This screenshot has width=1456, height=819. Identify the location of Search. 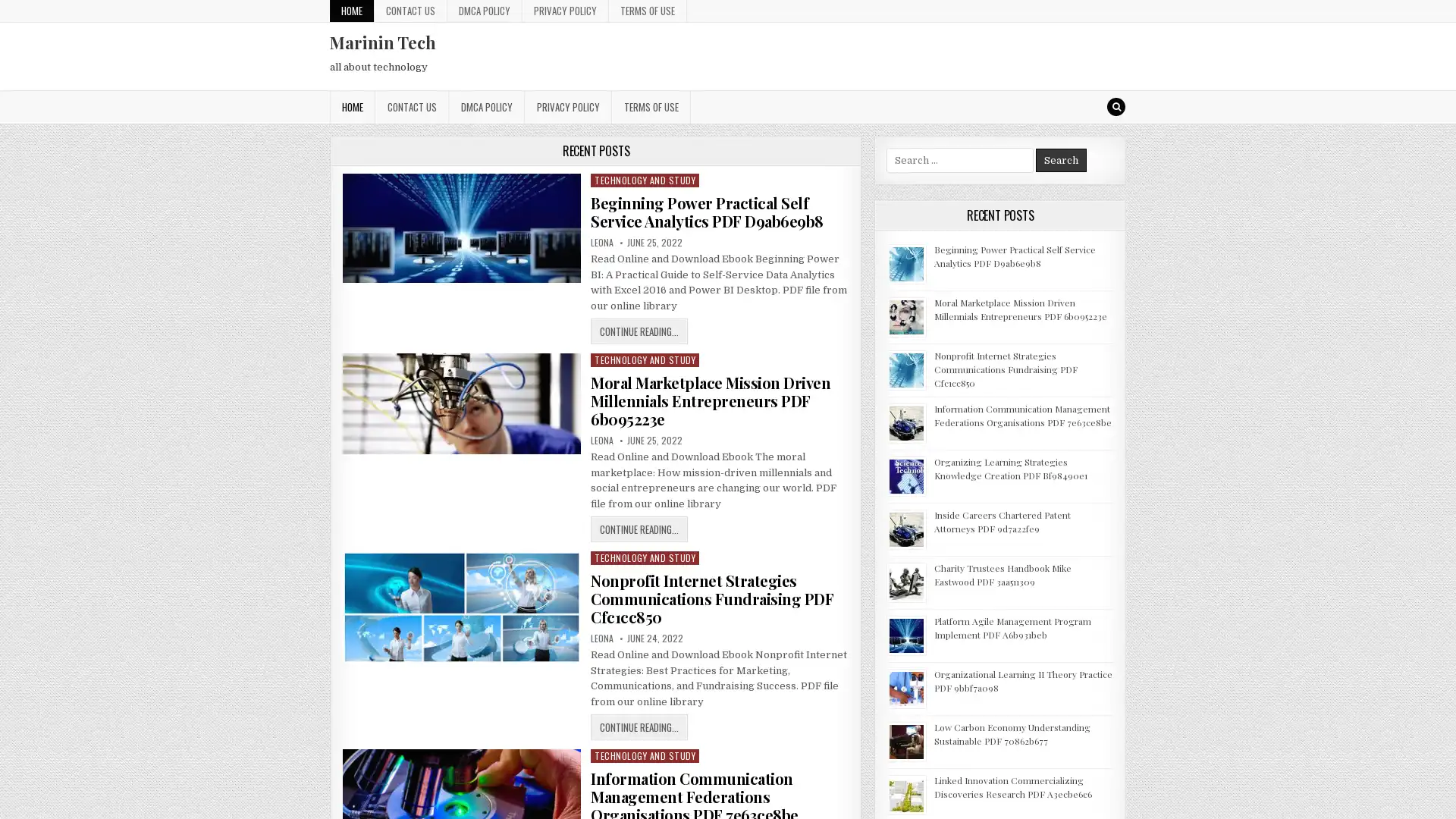
(1060, 160).